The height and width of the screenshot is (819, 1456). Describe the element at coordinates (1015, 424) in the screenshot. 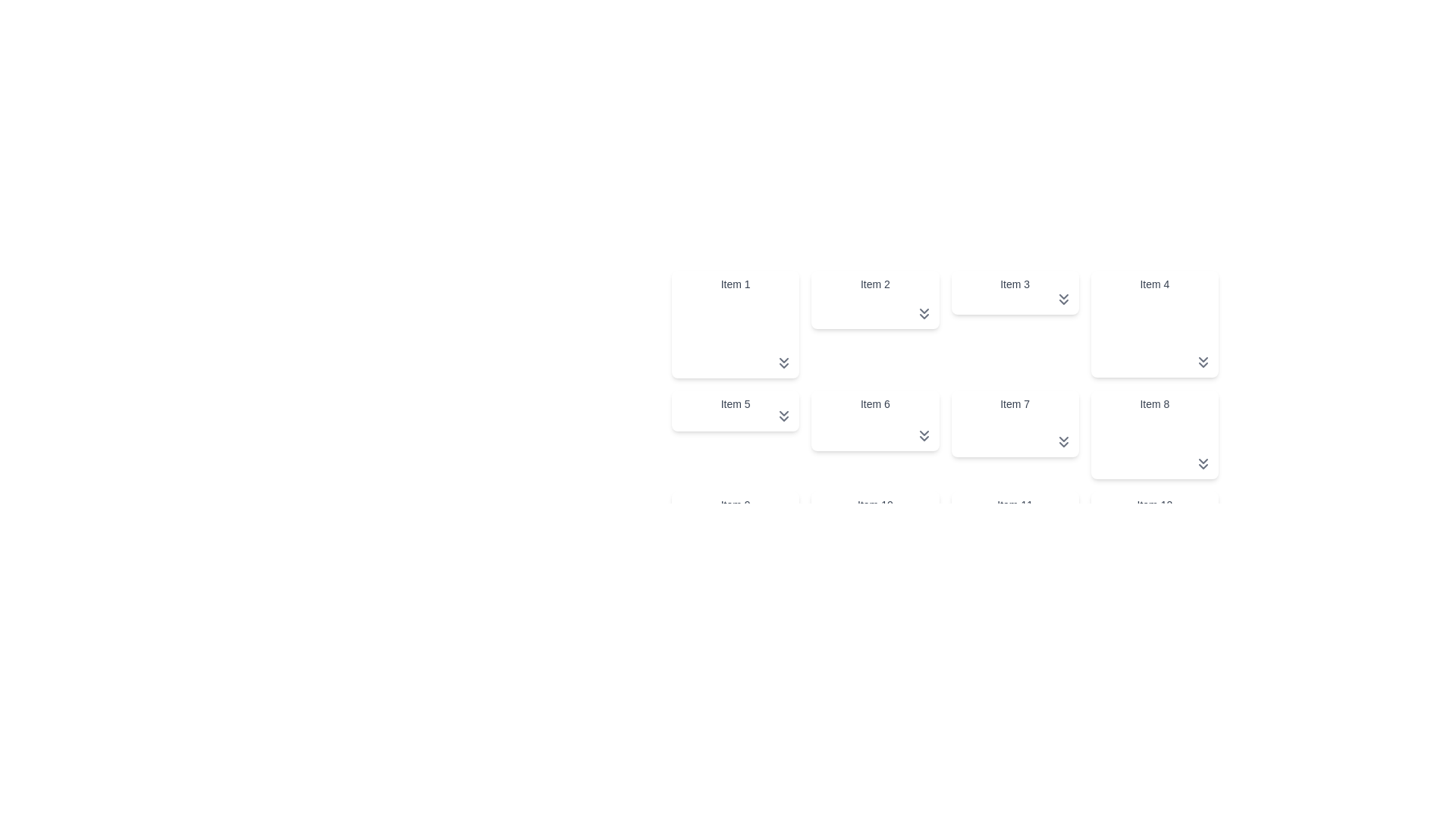

I see `the Card component displaying 'Item 7'` at that location.